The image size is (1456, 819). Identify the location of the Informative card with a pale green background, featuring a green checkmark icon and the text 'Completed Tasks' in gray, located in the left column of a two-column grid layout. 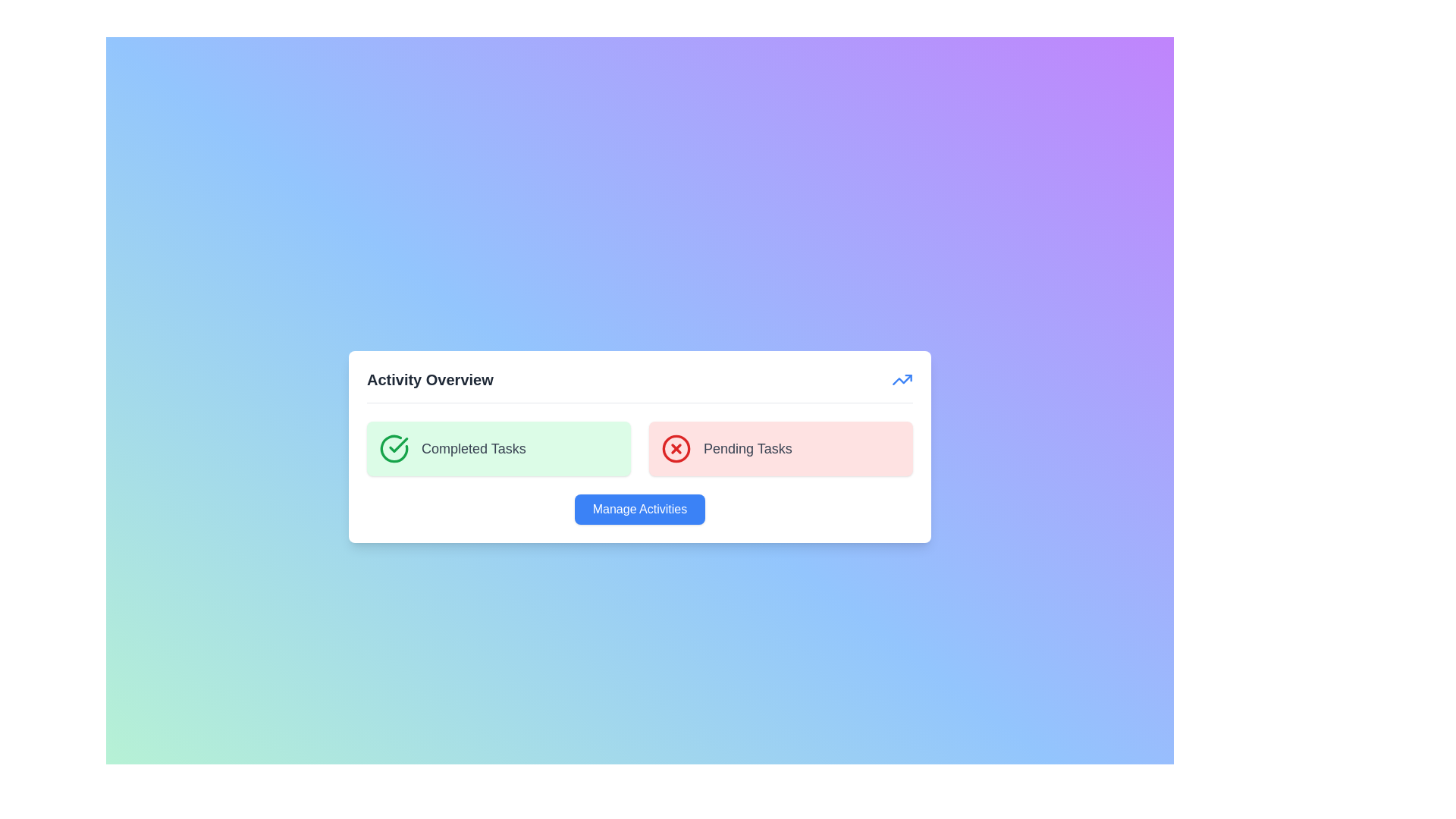
(498, 447).